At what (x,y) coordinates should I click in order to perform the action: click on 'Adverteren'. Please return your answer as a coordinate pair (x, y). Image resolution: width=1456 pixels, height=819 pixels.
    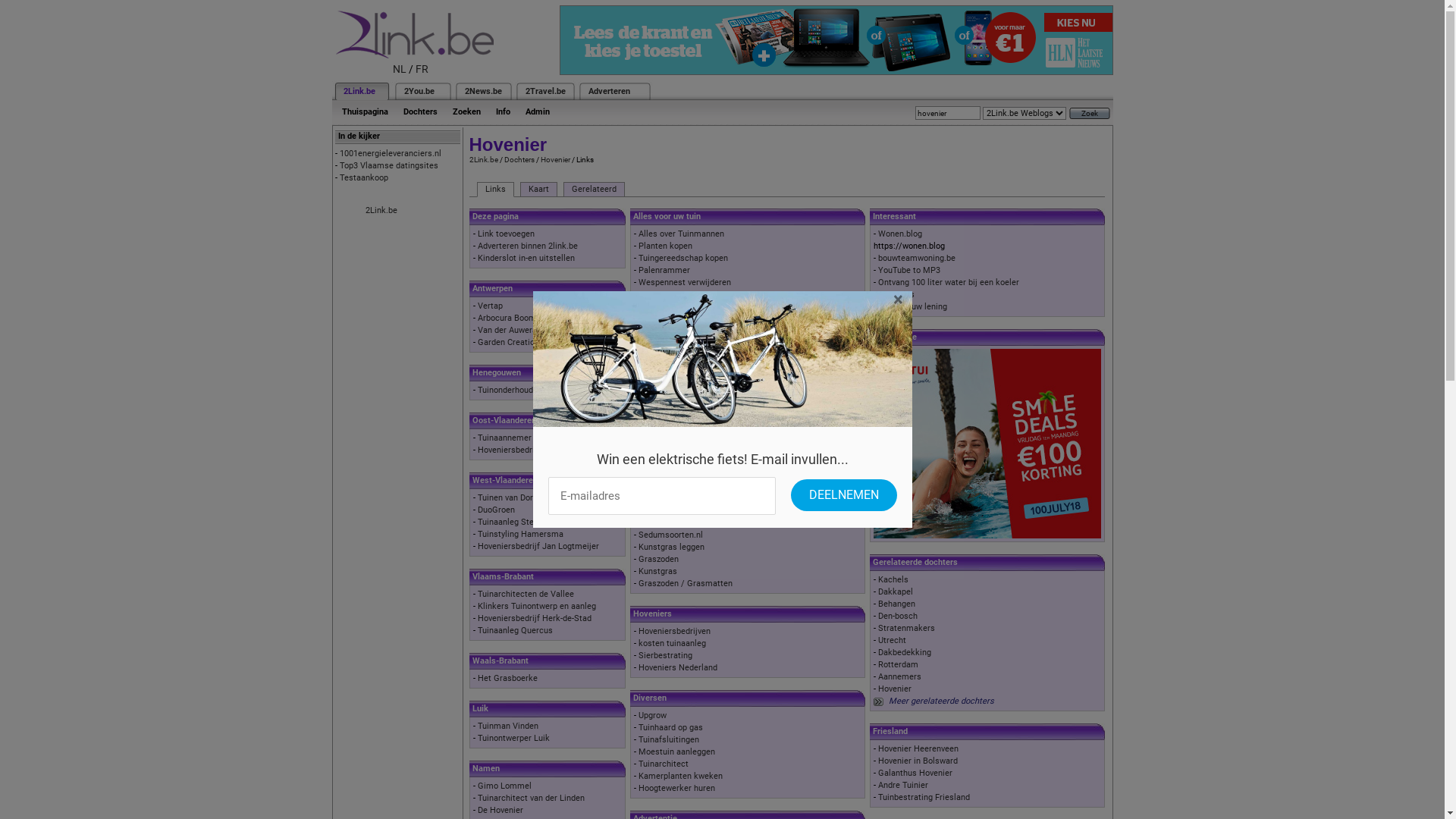
    Looking at the image, I should click on (609, 91).